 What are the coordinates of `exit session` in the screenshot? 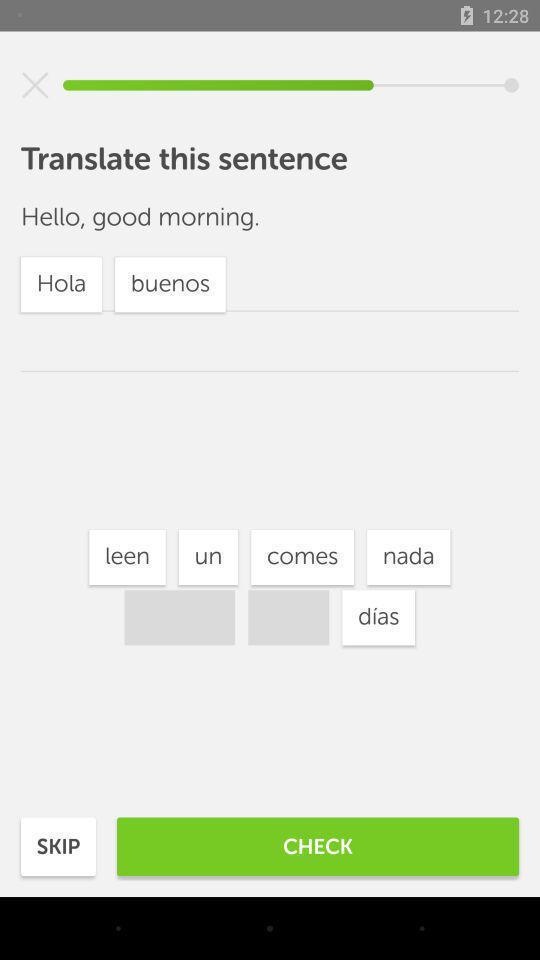 It's located at (35, 85).